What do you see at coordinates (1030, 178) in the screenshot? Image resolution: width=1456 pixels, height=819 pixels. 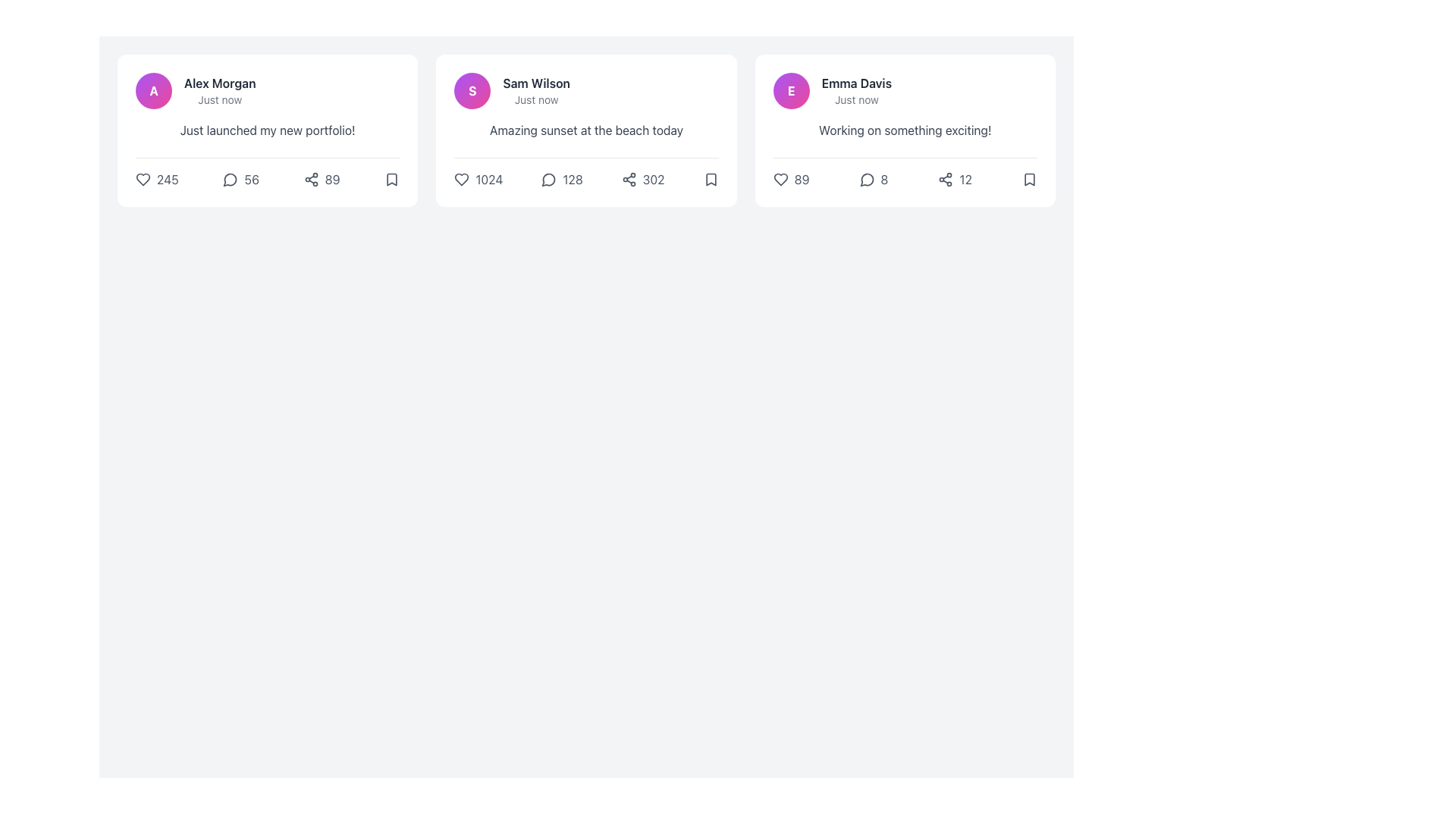 I see `the bookmark icon button, which is gray and changes to yellow upon hovering, located in the interaction section of the post 'Emma Davis'` at bounding box center [1030, 178].